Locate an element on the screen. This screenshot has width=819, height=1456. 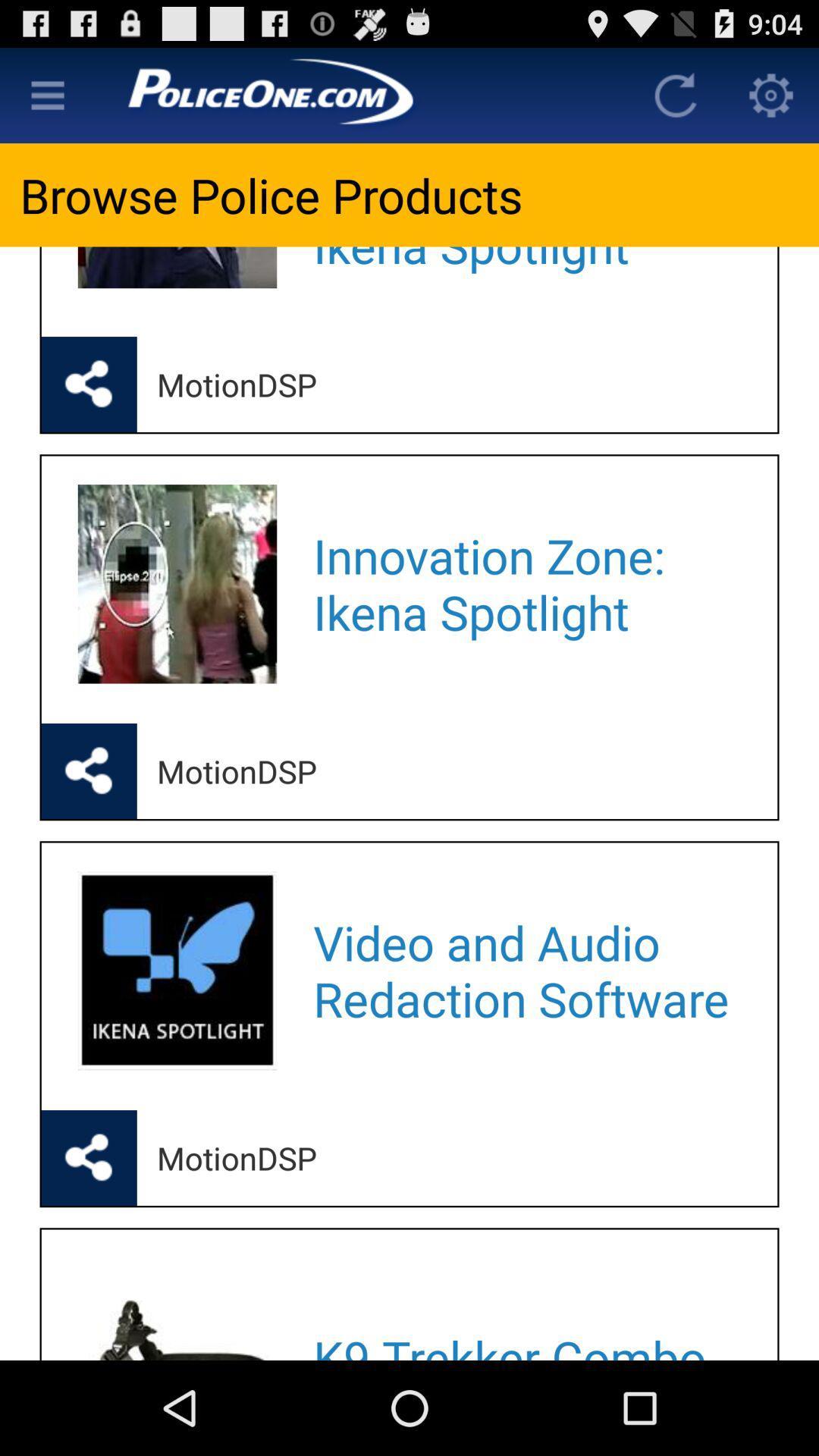
the box to share the post is located at coordinates (89, 1156).